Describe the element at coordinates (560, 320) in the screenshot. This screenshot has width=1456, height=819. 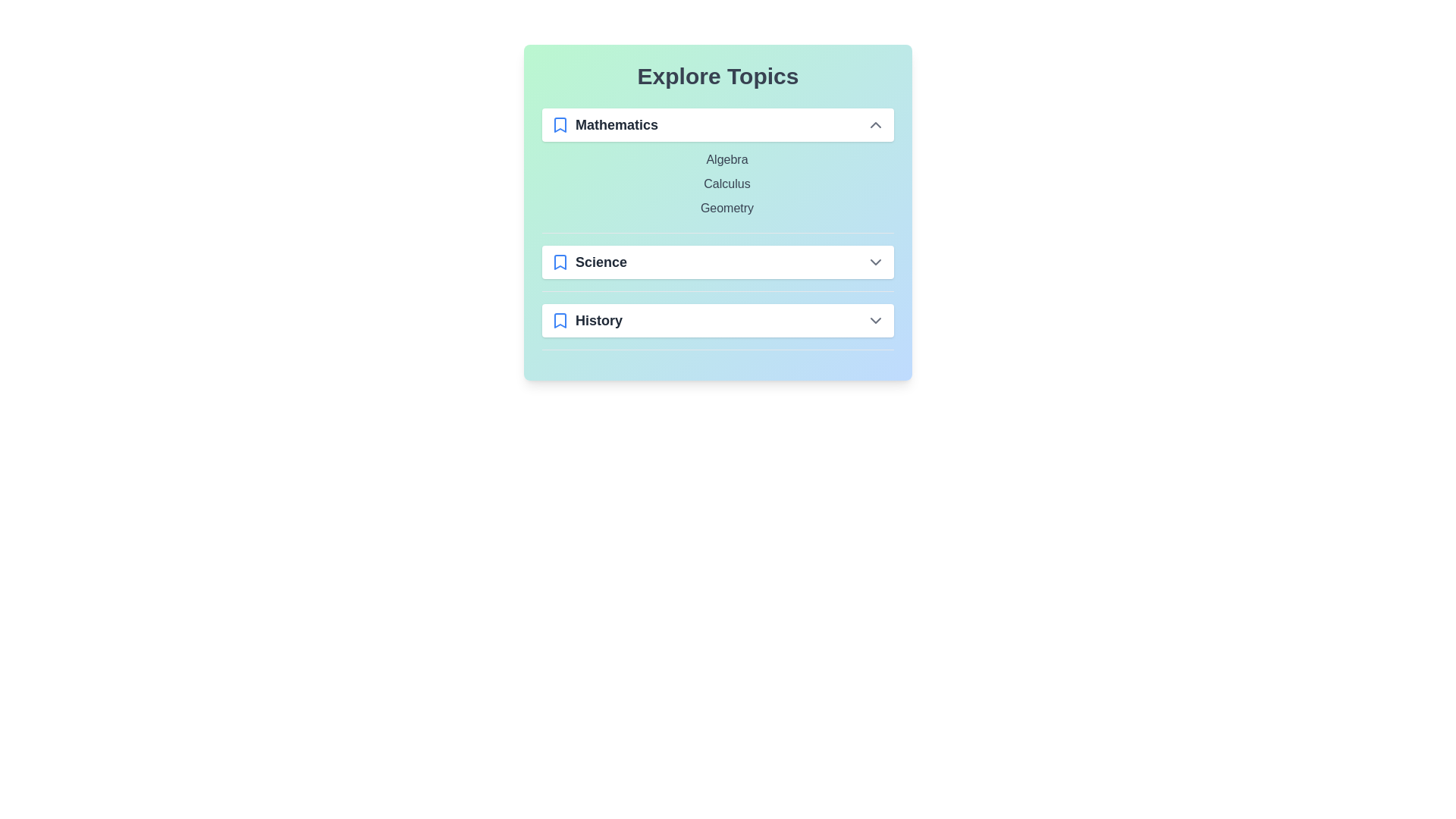
I see `the bookmark icon for the History category` at that location.